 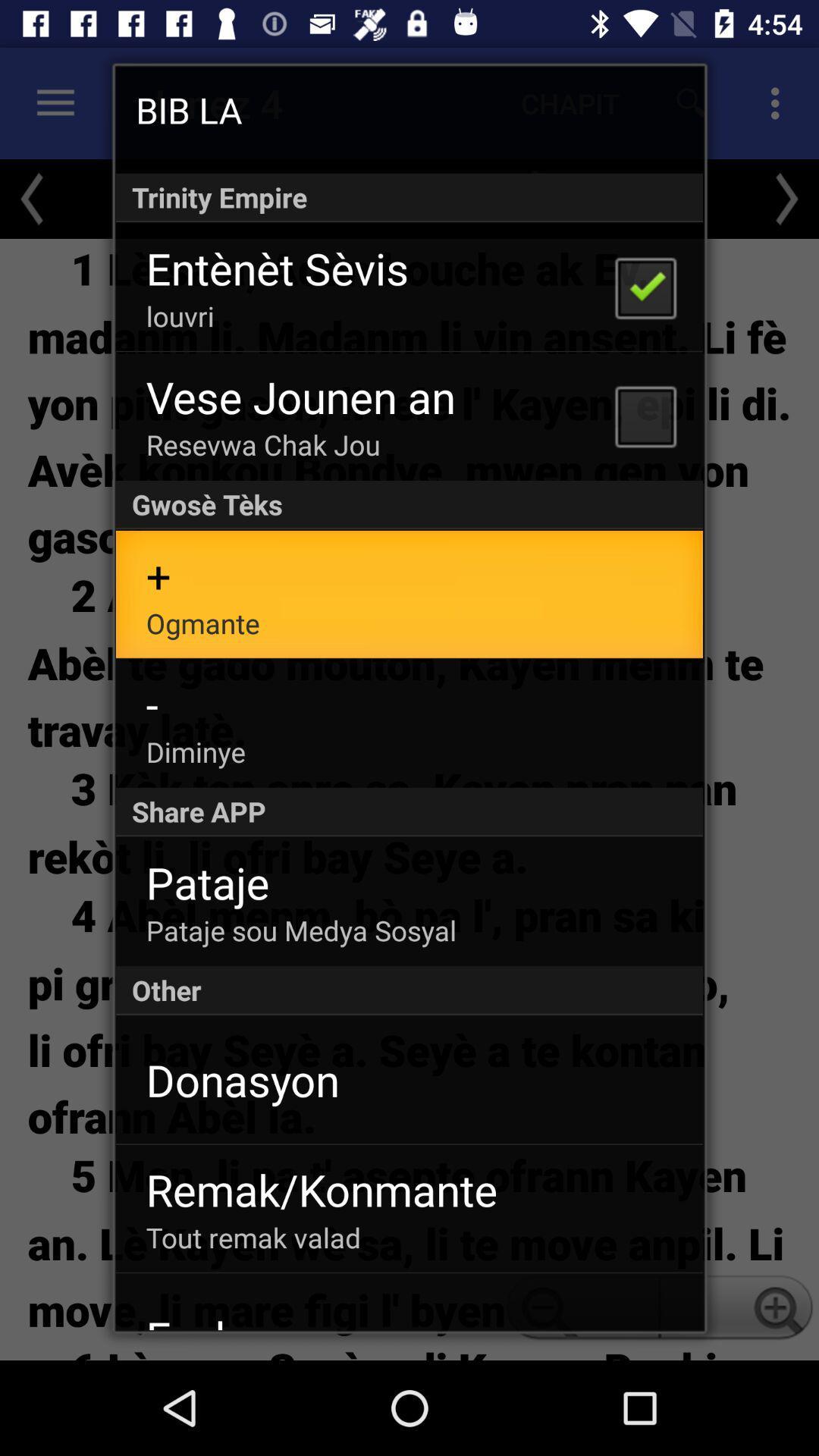 What do you see at coordinates (409, 505) in the screenshot?
I see `the icon above the +` at bounding box center [409, 505].